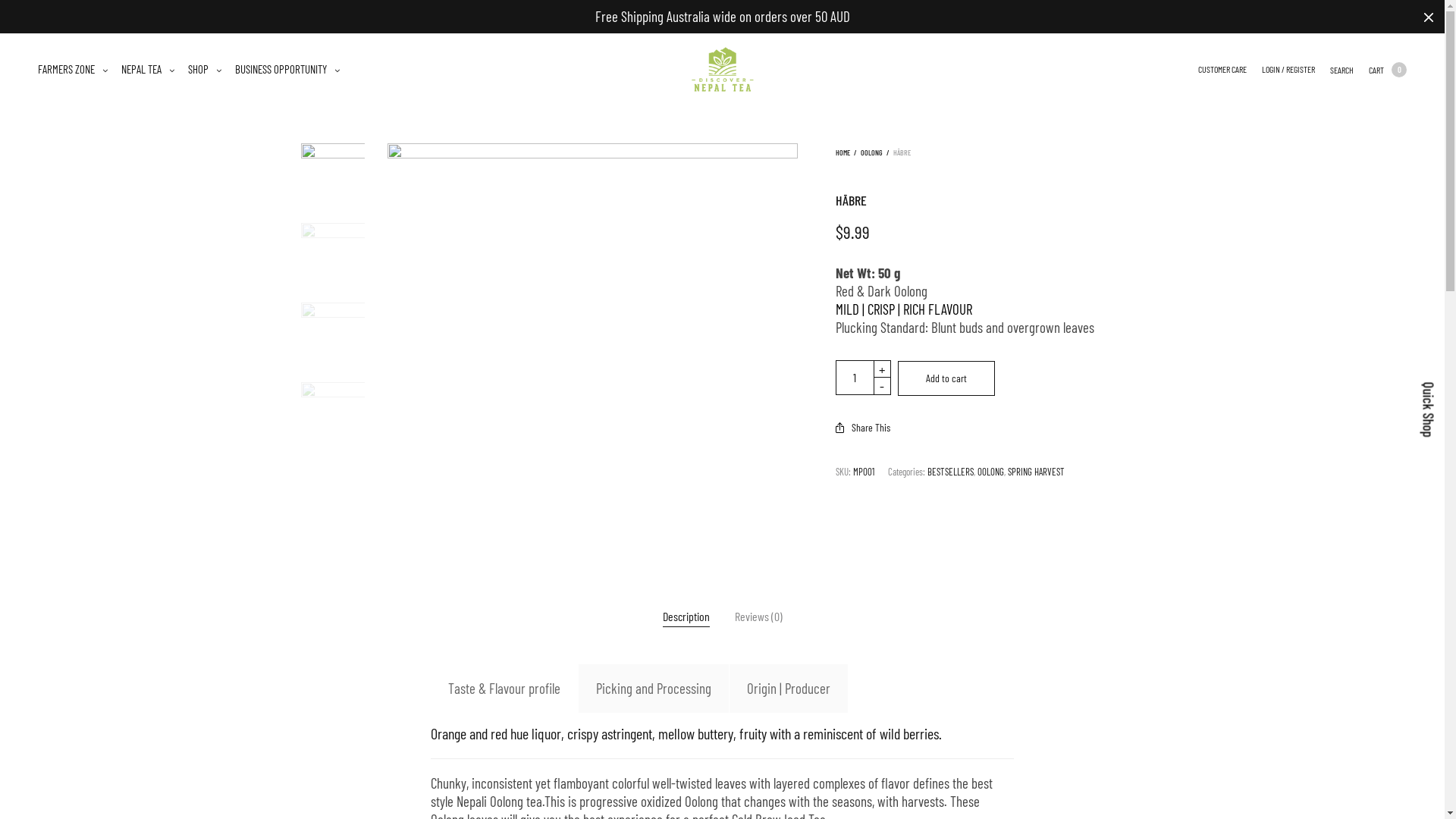  I want to click on 'Description', so click(686, 617).